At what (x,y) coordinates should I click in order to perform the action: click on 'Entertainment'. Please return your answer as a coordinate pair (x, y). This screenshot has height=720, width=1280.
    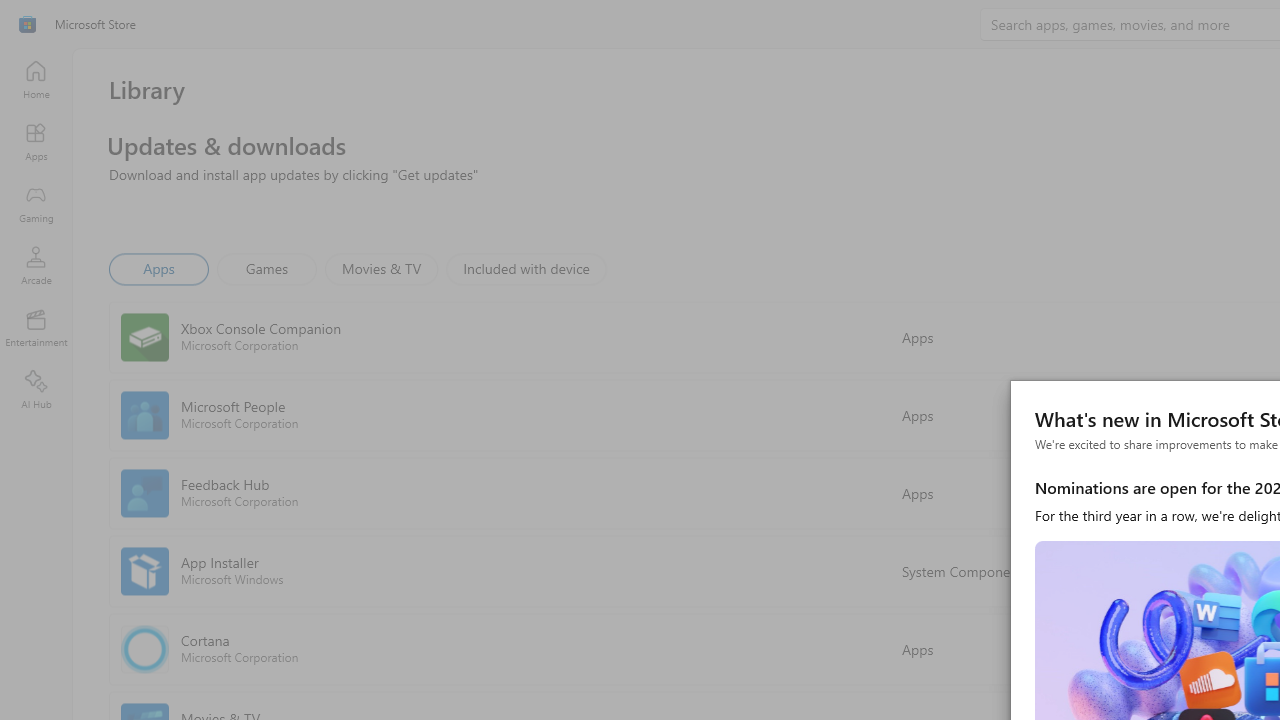
    Looking at the image, I should click on (35, 326).